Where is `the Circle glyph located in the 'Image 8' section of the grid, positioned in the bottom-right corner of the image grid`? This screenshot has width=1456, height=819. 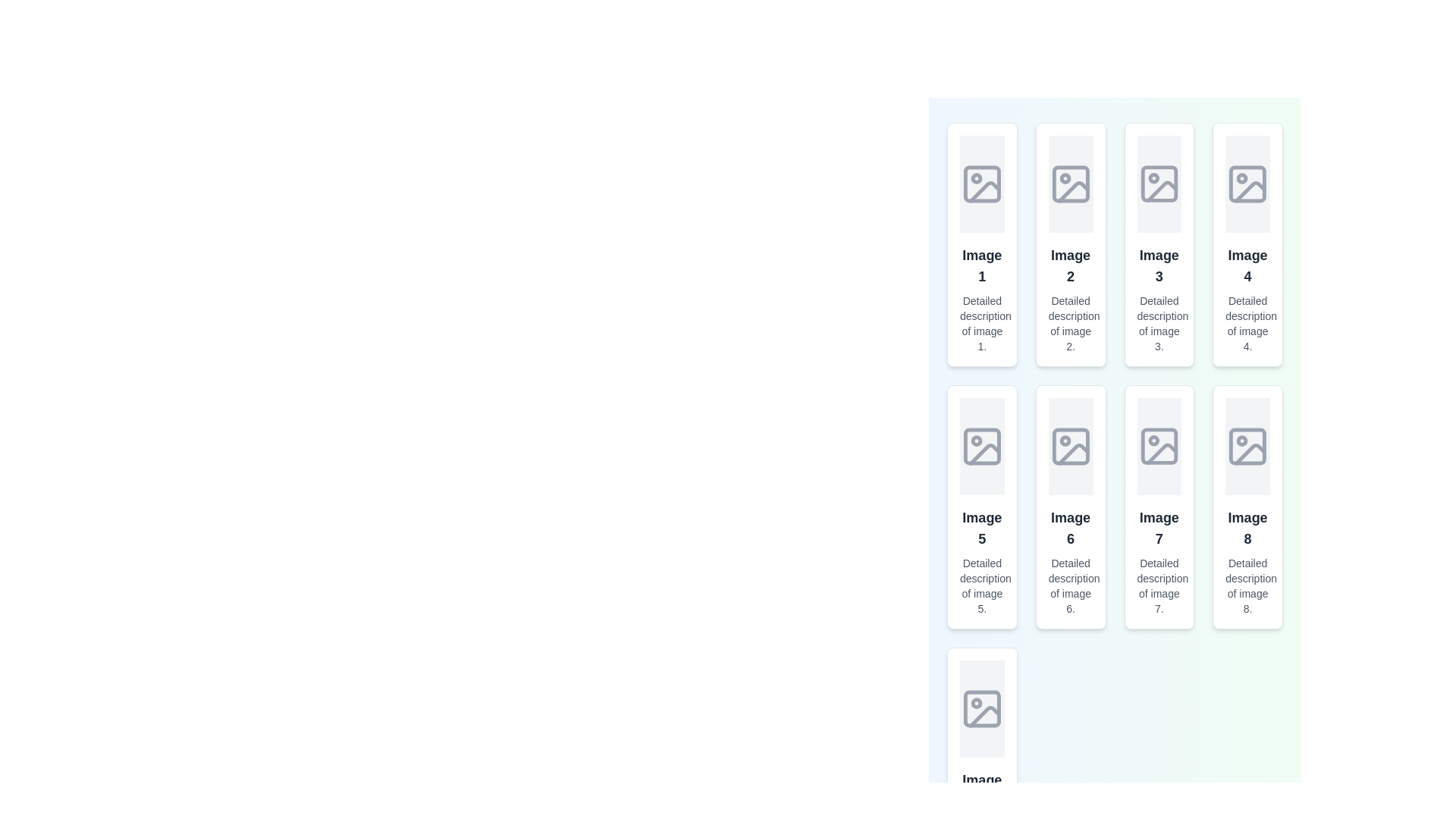
the Circle glyph located in the 'Image 8' section of the grid, positioned in the bottom-right corner of the image grid is located at coordinates (1242, 441).